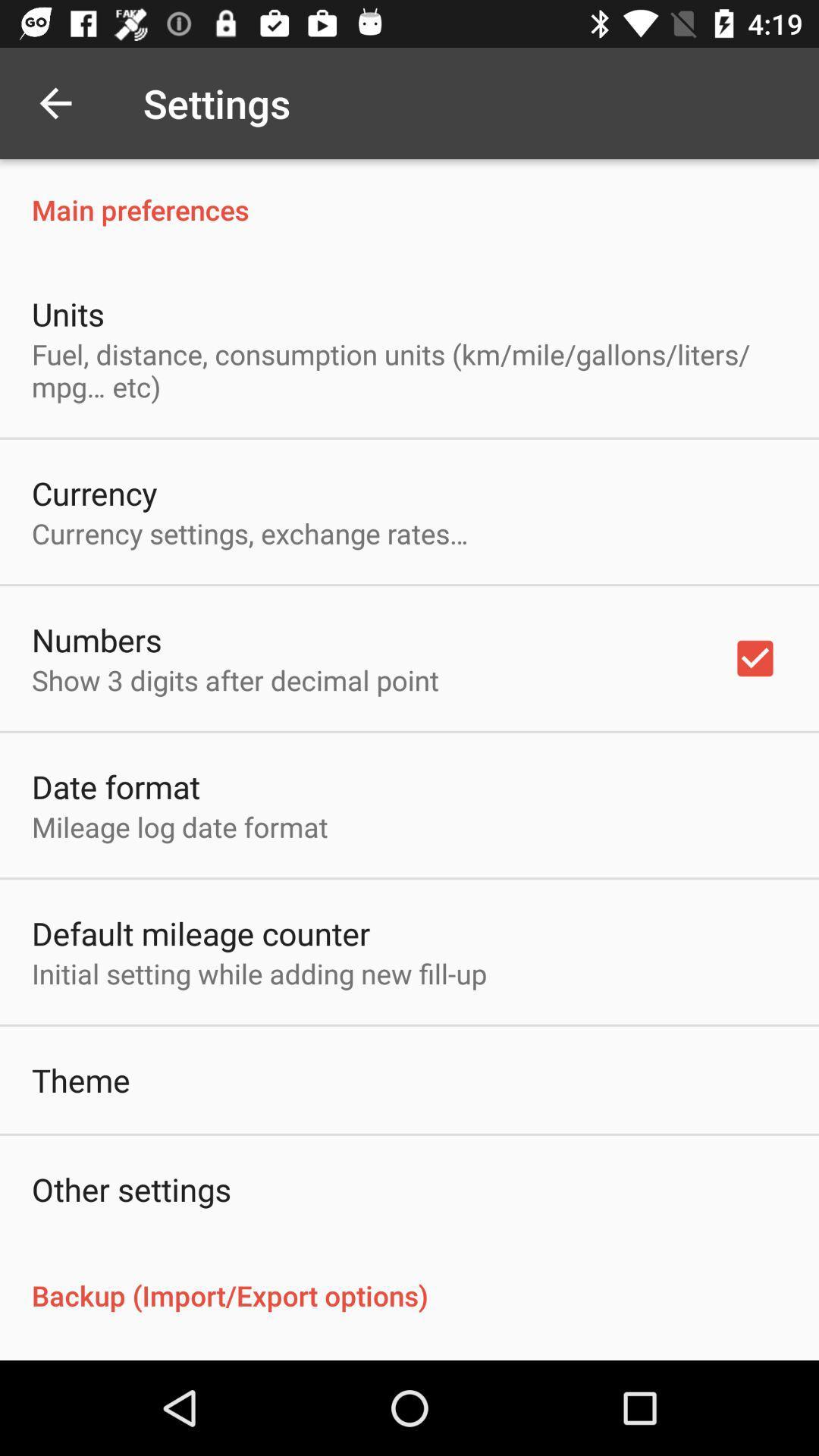 Image resolution: width=819 pixels, height=1456 pixels. What do you see at coordinates (55, 102) in the screenshot?
I see `the item next to the settings icon` at bounding box center [55, 102].